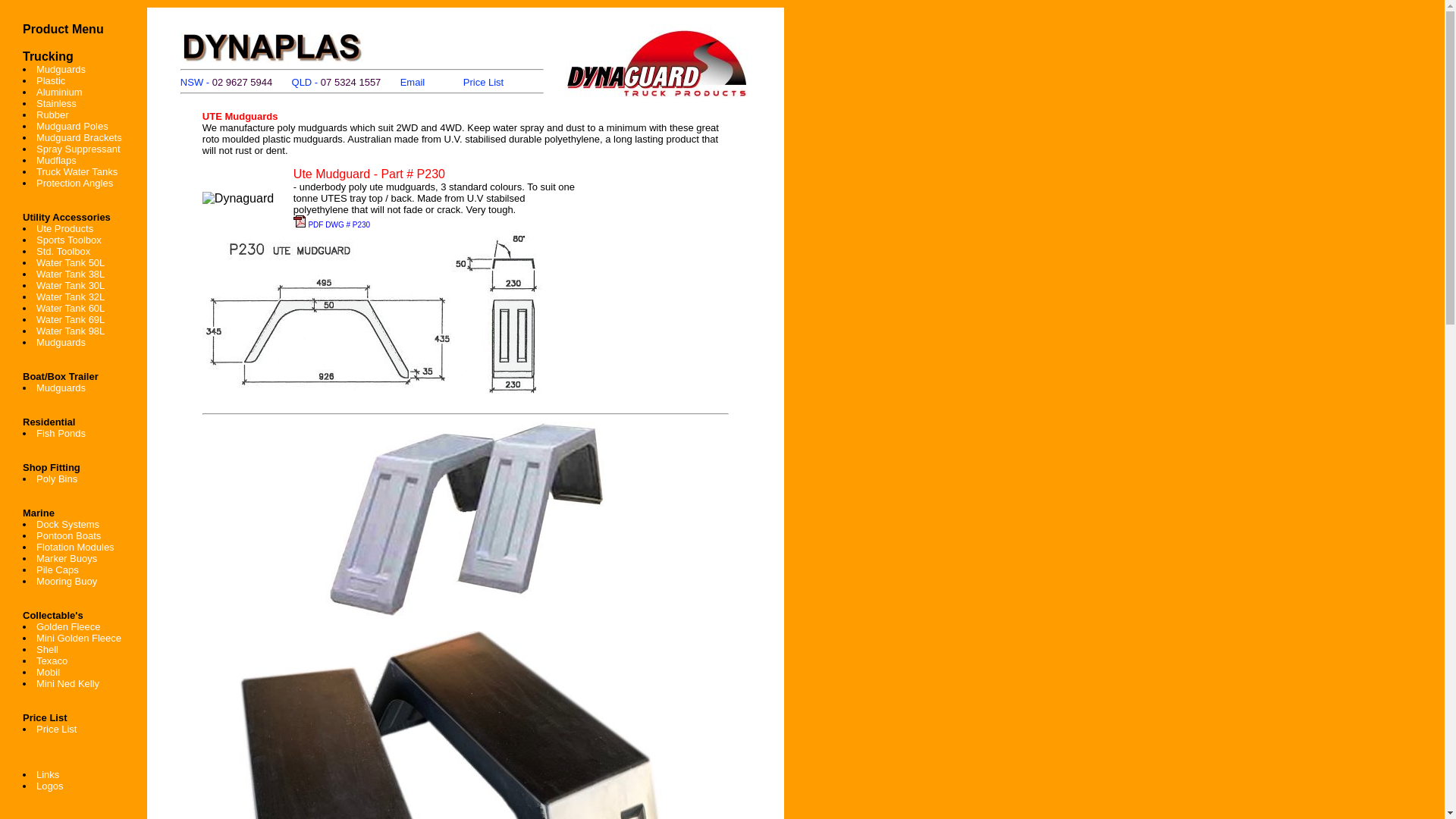  I want to click on 'Water Tank 50L', so click(69, 262).